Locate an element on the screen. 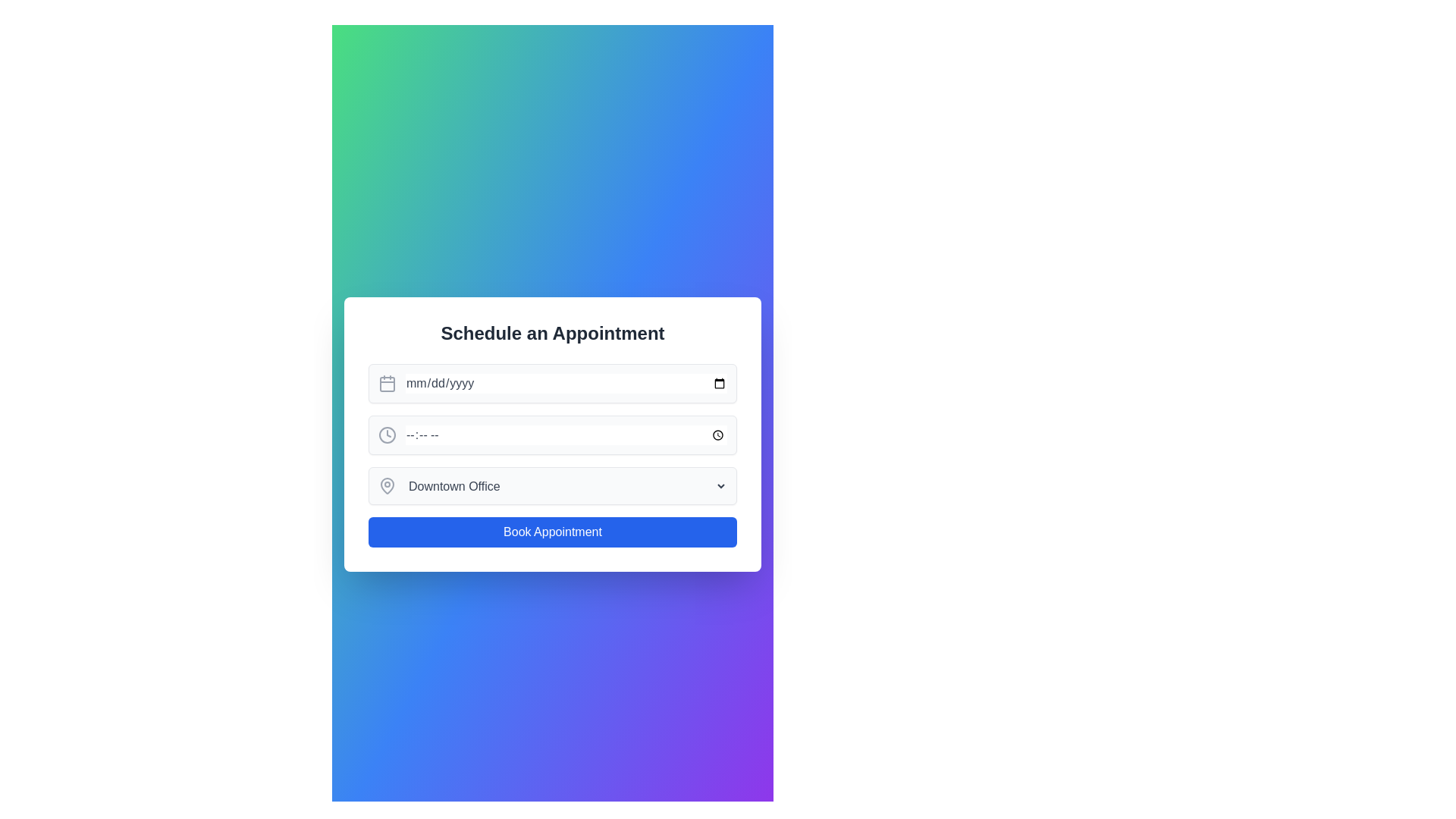 The height and width of the screenshot is (819, 1456). the calendar icon/button related to date input, which is styled with a gray color and located to the left of the date input field is located at coordinates (387, 382).